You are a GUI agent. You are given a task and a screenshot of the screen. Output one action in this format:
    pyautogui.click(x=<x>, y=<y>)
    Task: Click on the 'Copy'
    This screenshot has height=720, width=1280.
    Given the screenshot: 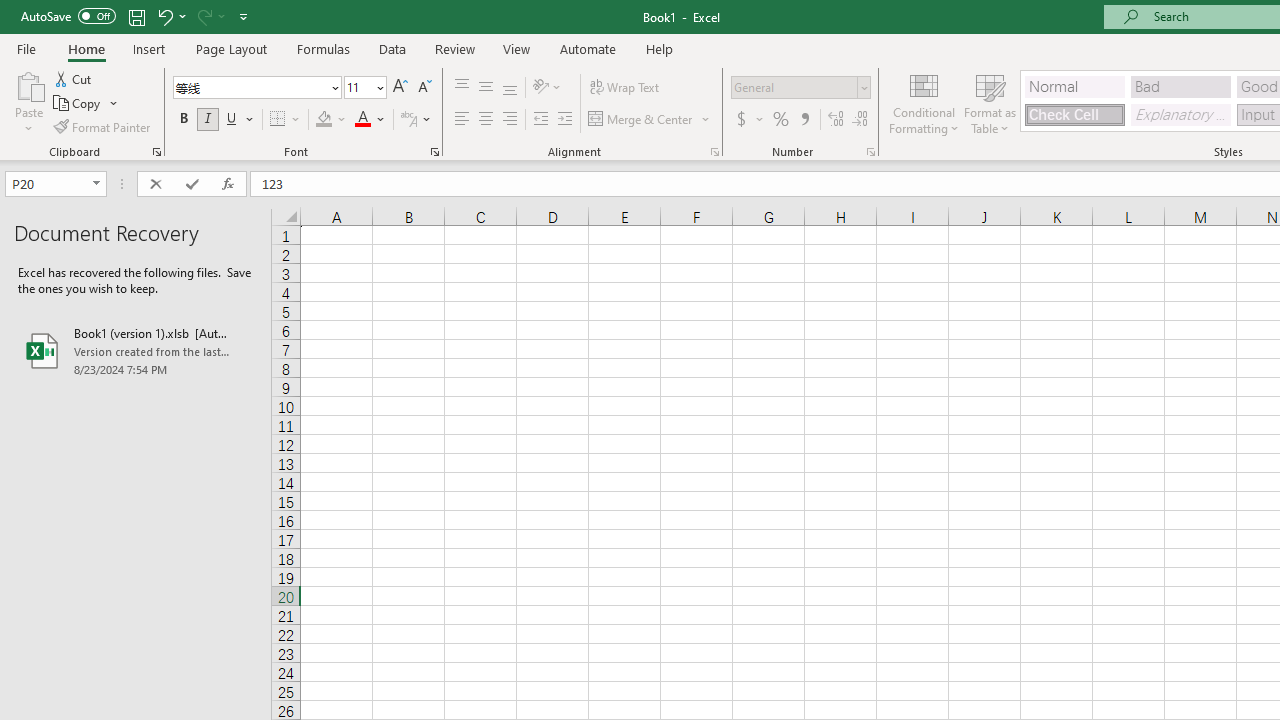 What is the action you would take?
    pyautogui.click(x=85, y=103)
    